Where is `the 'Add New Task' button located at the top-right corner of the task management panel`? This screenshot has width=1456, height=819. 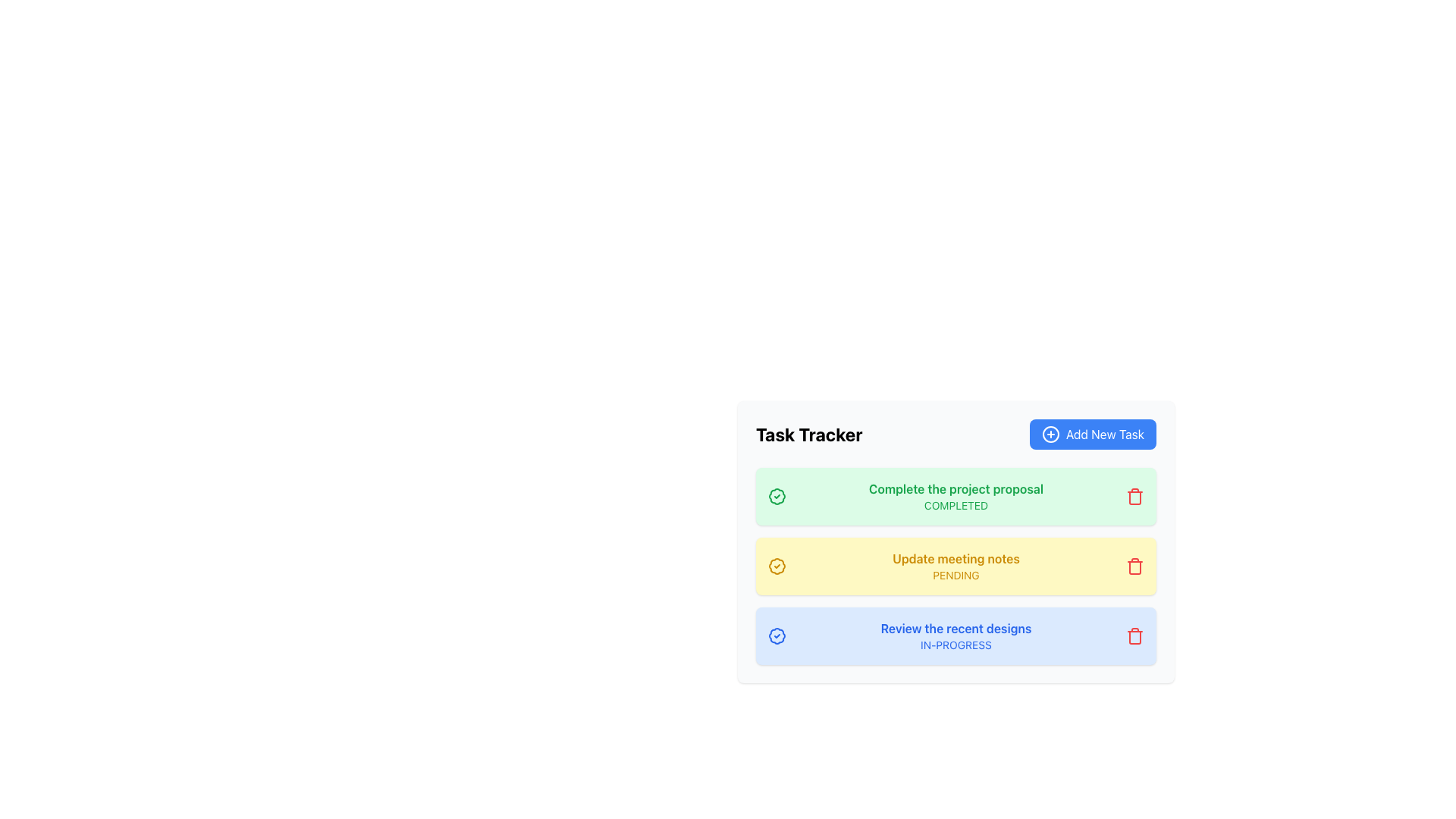
the 'Add New Task' button located at the top-right corner of the task management panel is located at coordinates (1105, 435).